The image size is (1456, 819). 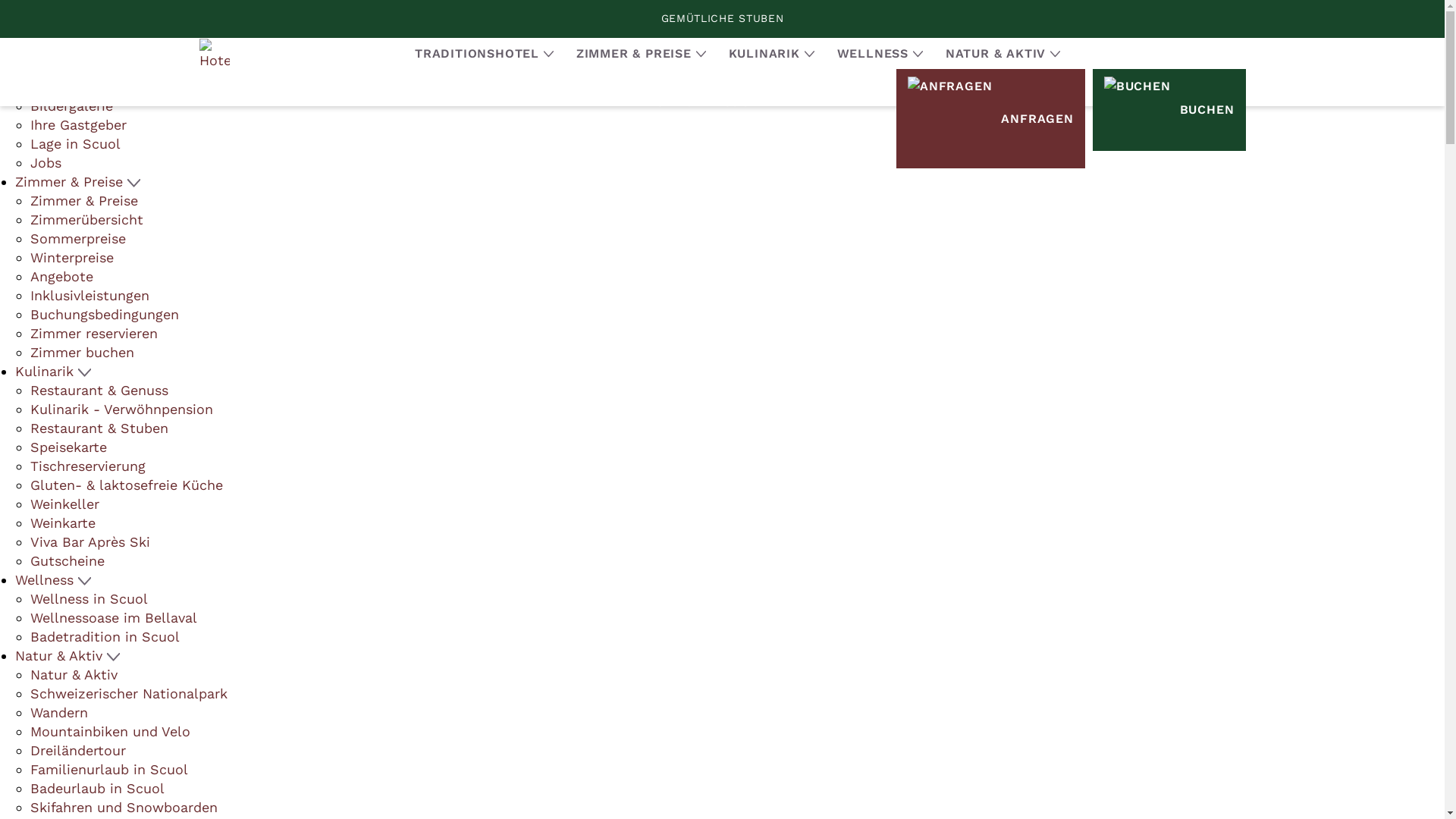 I want to click on 'Weinkeller', so click(x=30, y=504).